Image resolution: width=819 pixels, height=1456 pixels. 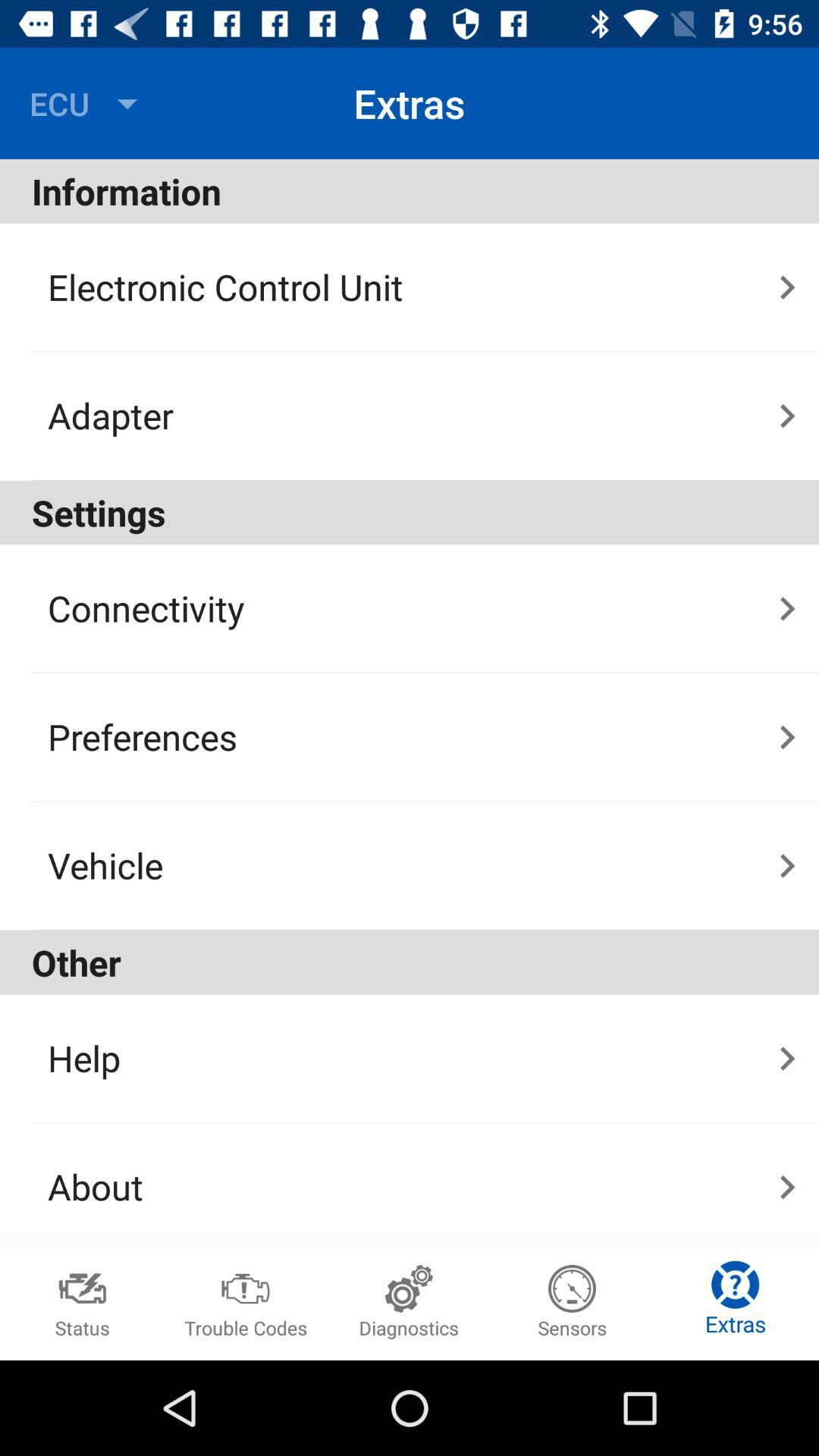 What do you see at coordinates (87, 102) in the screenshot?
I see `the ecu` at bounding box center [87, 102].